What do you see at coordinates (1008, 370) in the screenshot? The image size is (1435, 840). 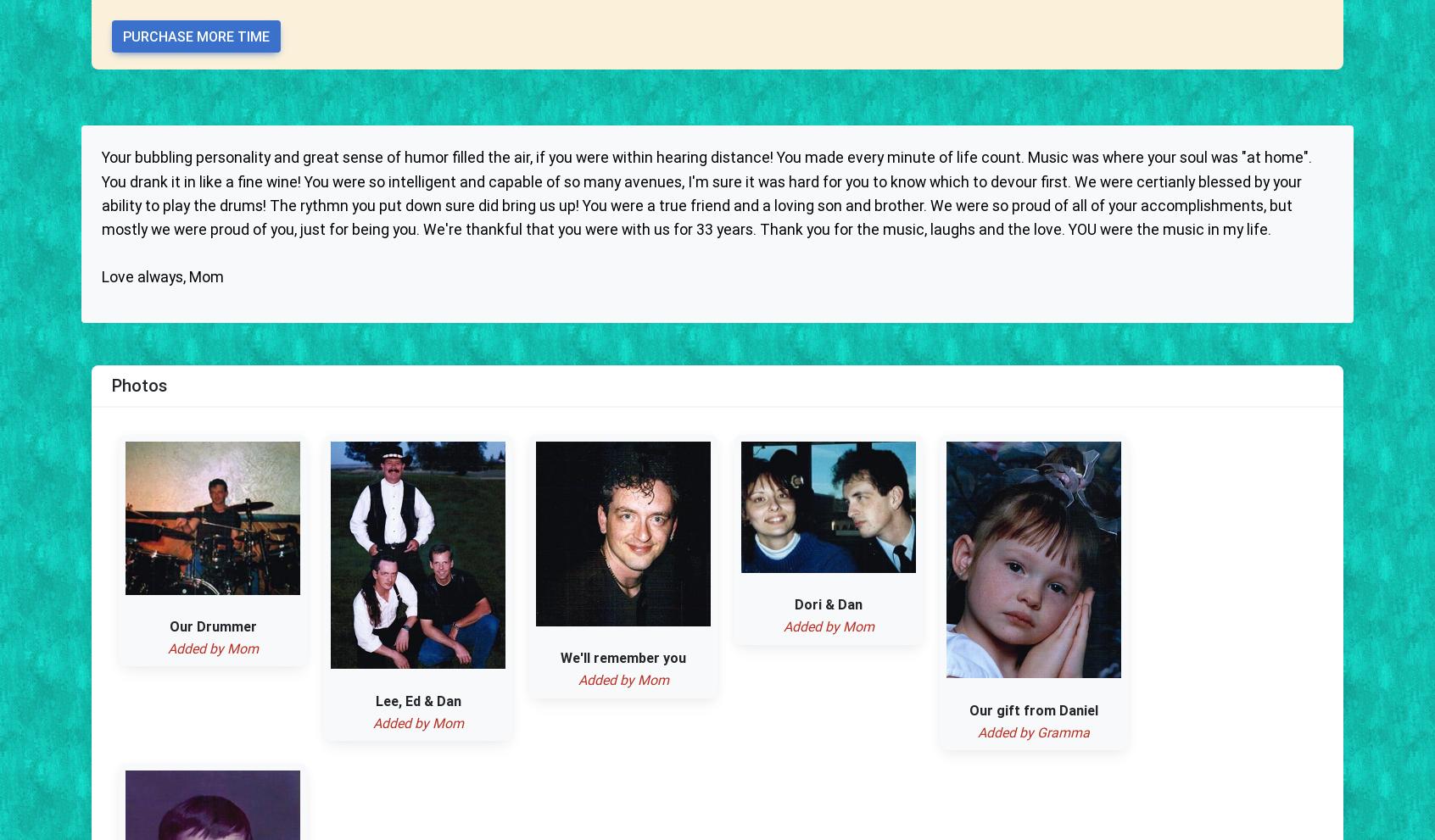 I see `'FAQ'` at bounding box center [1008, 370].